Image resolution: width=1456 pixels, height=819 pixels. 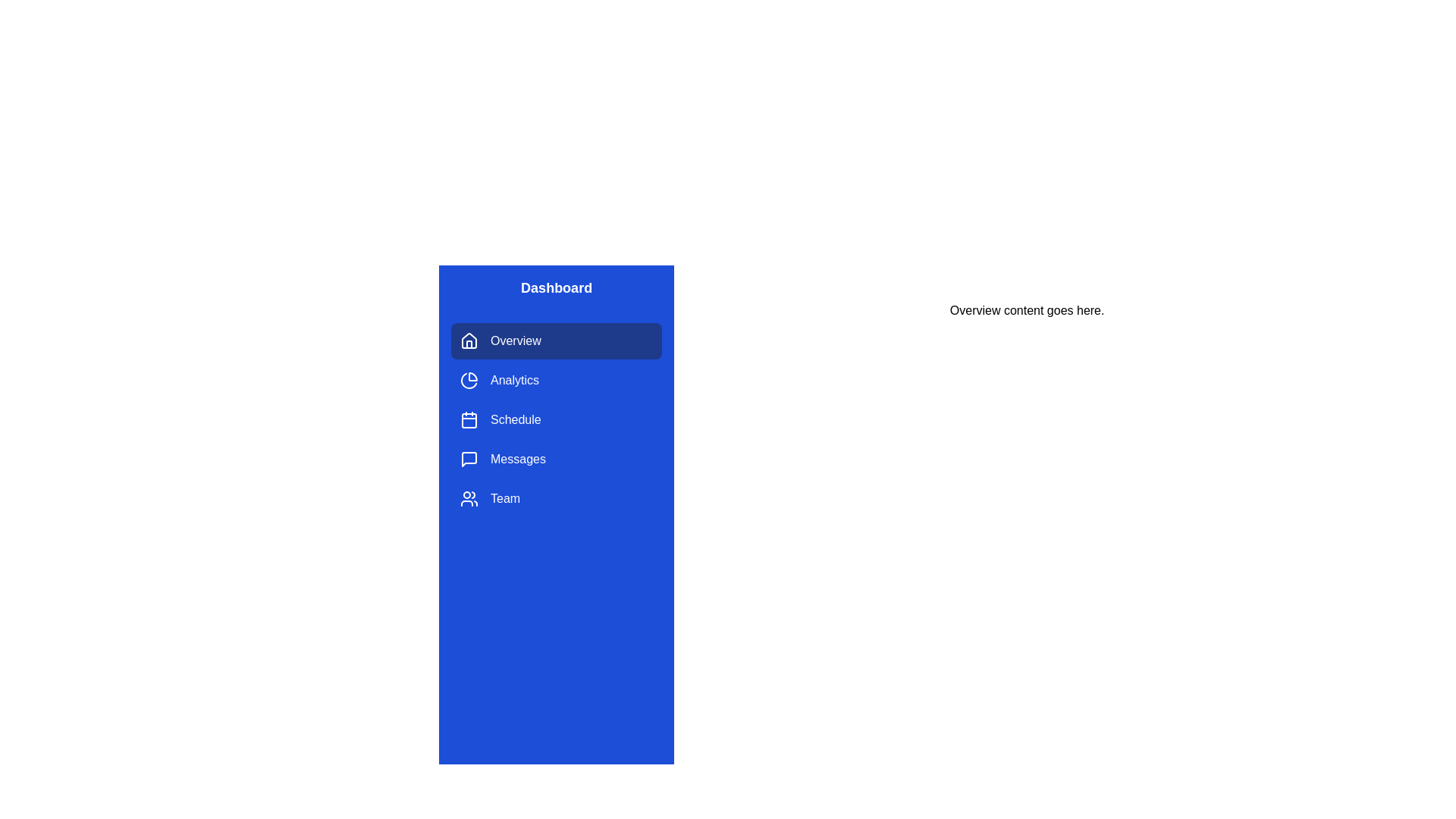 I want to click on the calendar icon in the sidebar menu, so click(x=469, y=420).